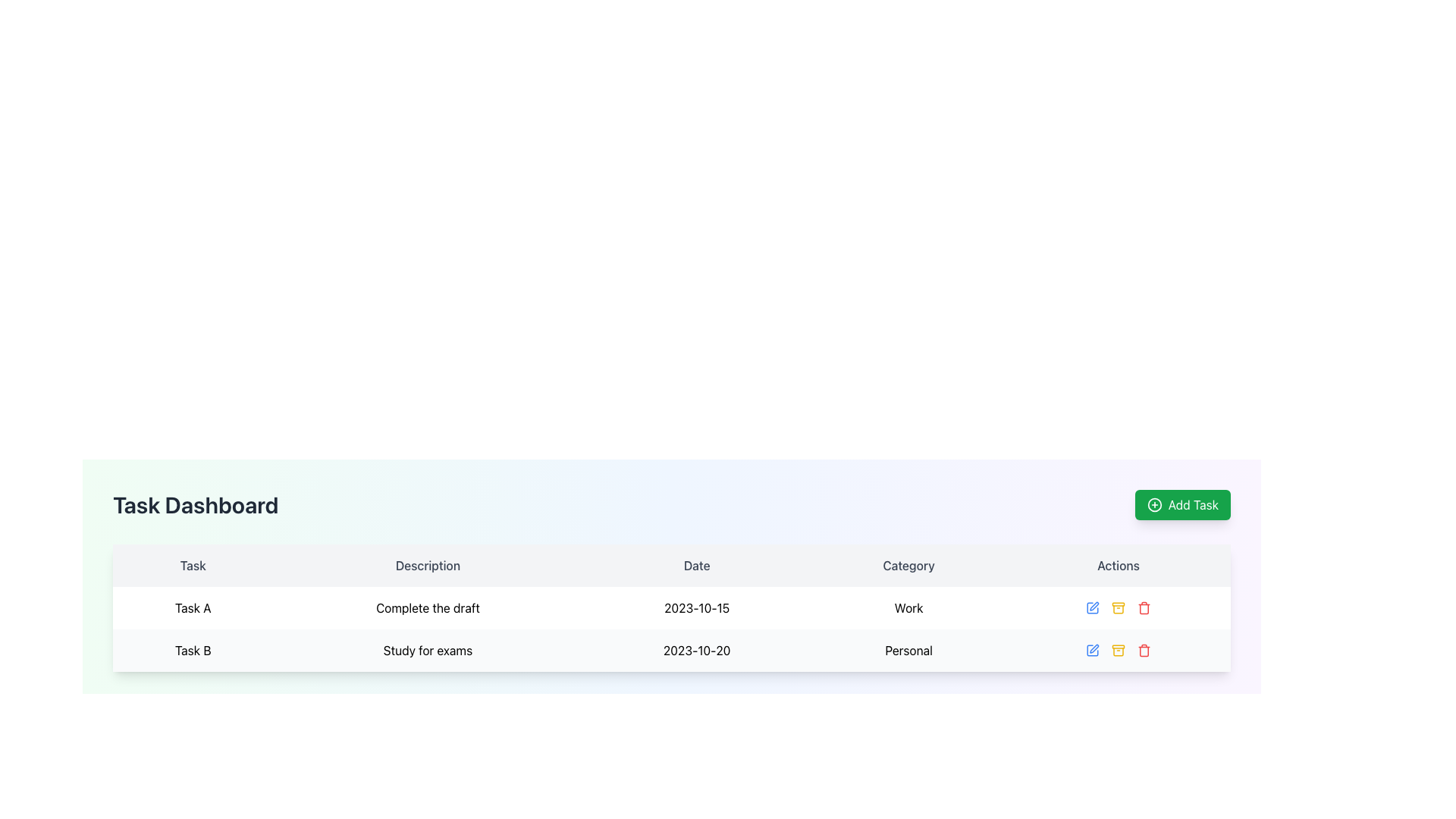 This screenshot has height=819, width=1456. I want to click on the red garbage bin icon located in the Action column of the second task row, so click(1144, 651).